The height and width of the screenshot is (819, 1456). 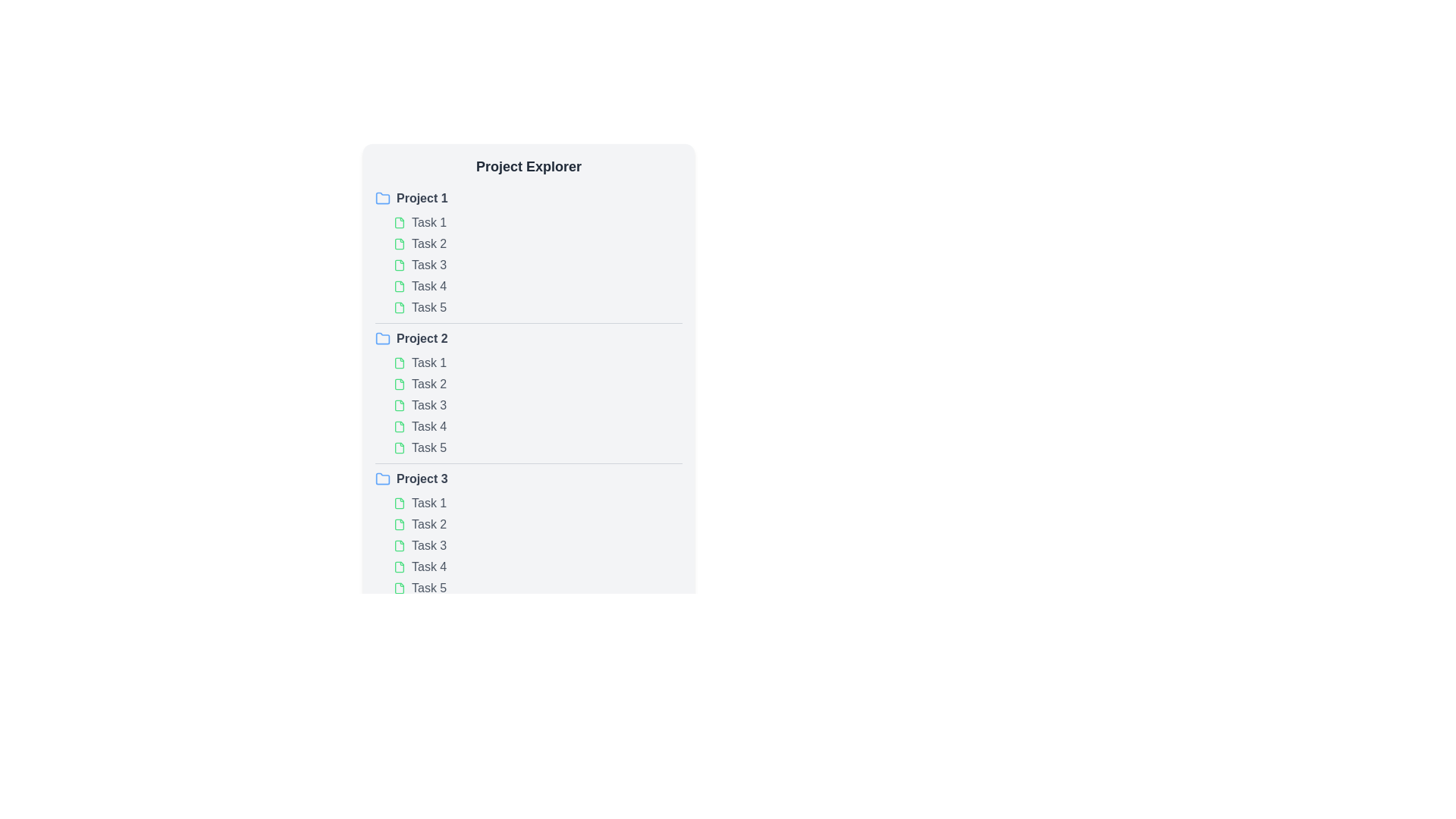 I want to click on the text label displaying 'Task 3' in gray font, located under 'Project 3' in the task list, so click(x=428, y=546).